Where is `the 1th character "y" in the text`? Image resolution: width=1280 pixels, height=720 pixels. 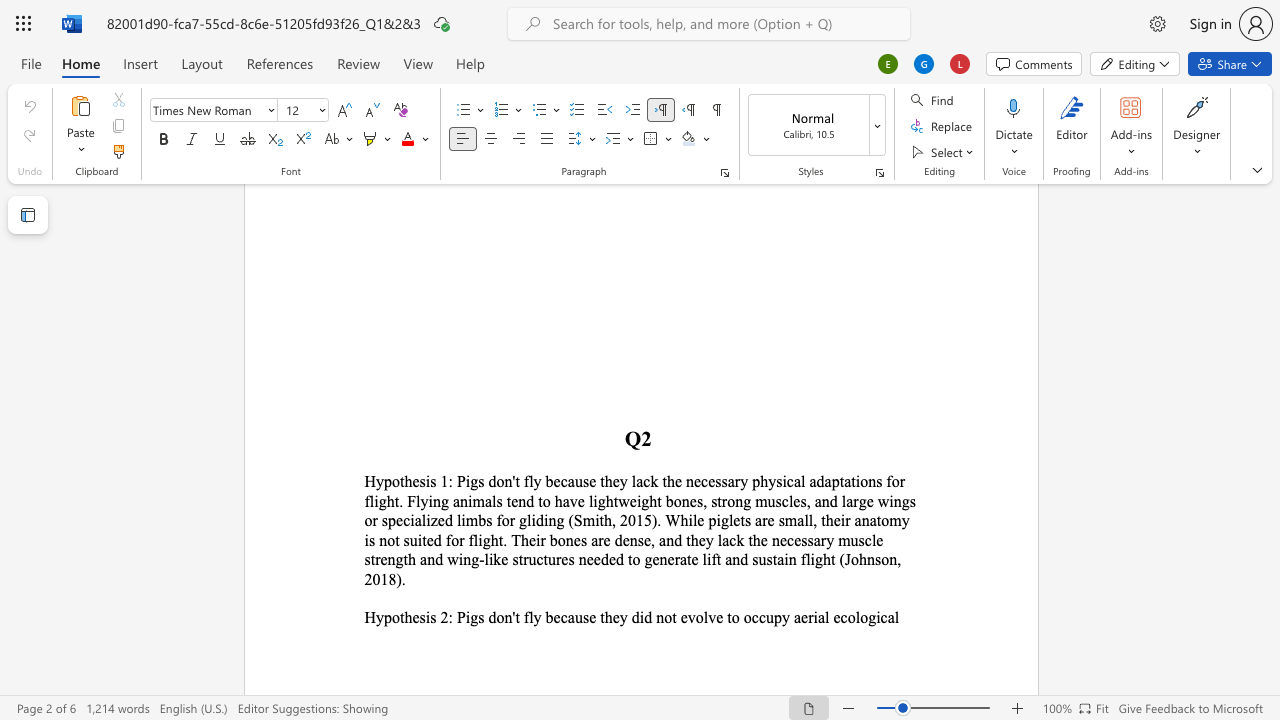
the 1th character "y" in the text is located at coordinates (380, 481).